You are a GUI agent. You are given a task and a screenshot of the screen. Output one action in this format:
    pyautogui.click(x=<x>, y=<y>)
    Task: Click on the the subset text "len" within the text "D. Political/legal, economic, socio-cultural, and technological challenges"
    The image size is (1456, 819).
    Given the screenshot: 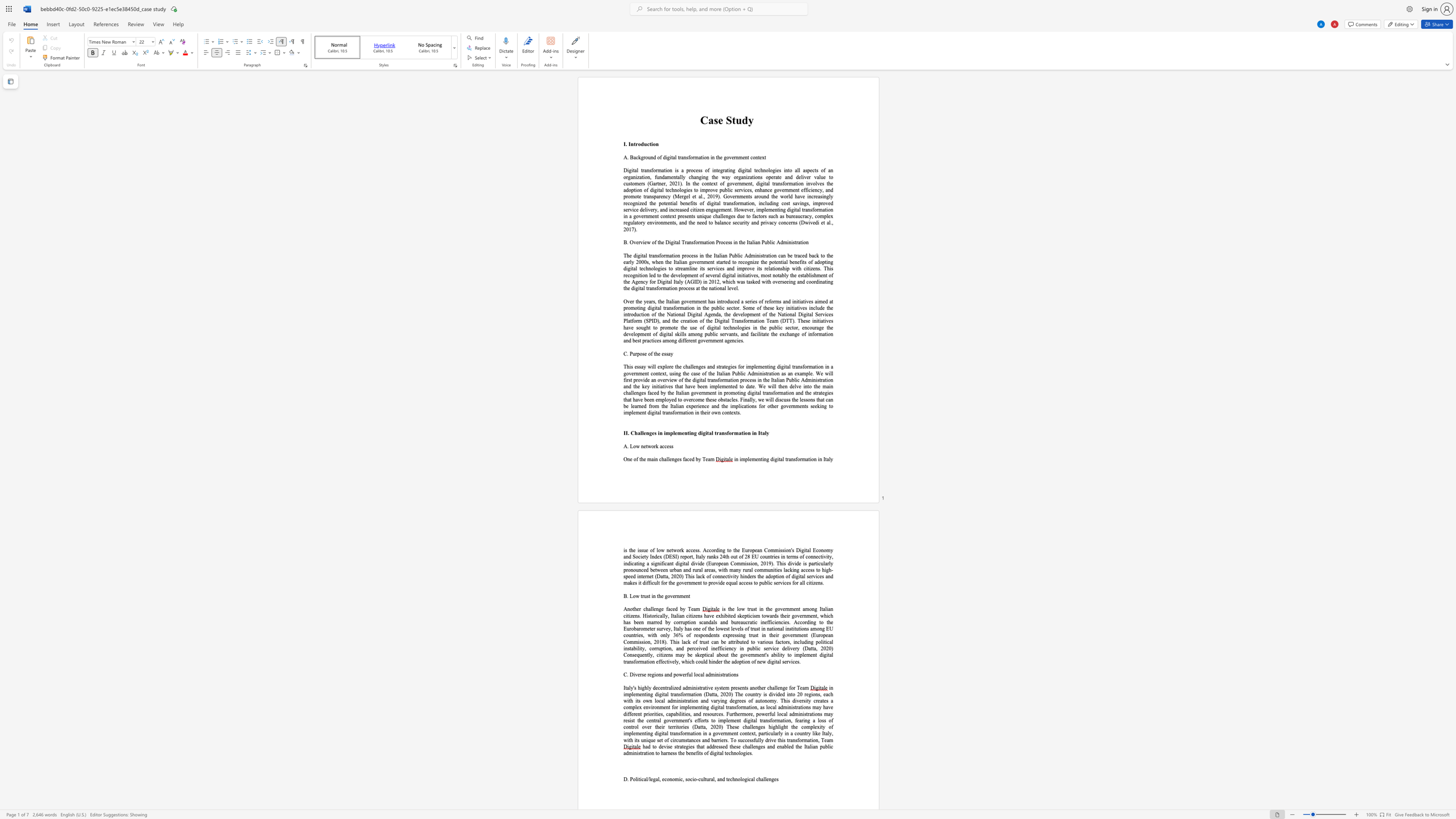 What is the action you would take?
    pyautogui.click(x=764, y=779)
    